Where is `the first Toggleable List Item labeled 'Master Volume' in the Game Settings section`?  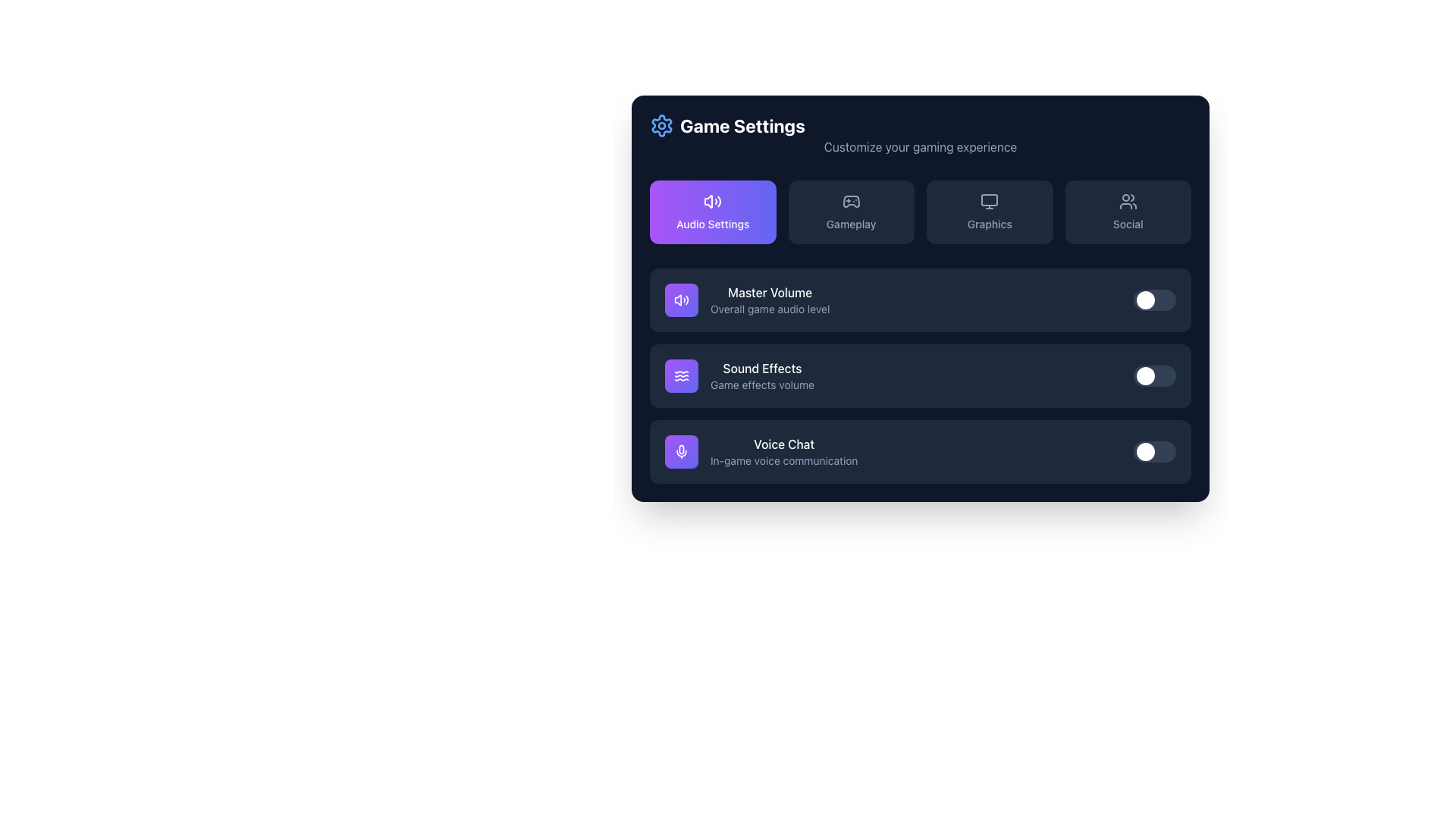
the first Toggleable List Item labeled 'Master Volume' in the Game Settings section is located at coordinates (920, 300).